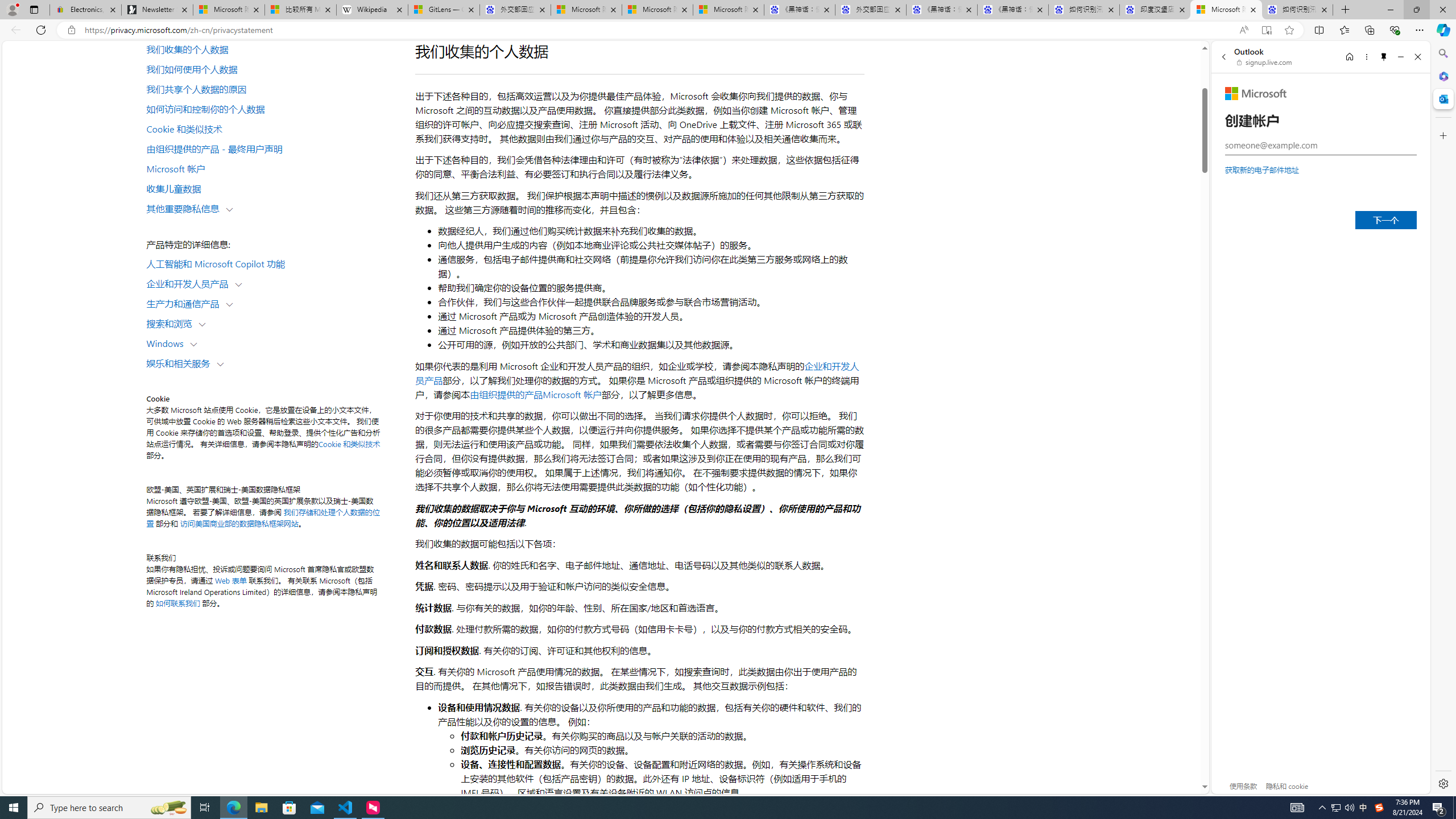 The width and height of the screenshot is (1456, 819). I want to click on 'Side bar', so click(1443, 418).